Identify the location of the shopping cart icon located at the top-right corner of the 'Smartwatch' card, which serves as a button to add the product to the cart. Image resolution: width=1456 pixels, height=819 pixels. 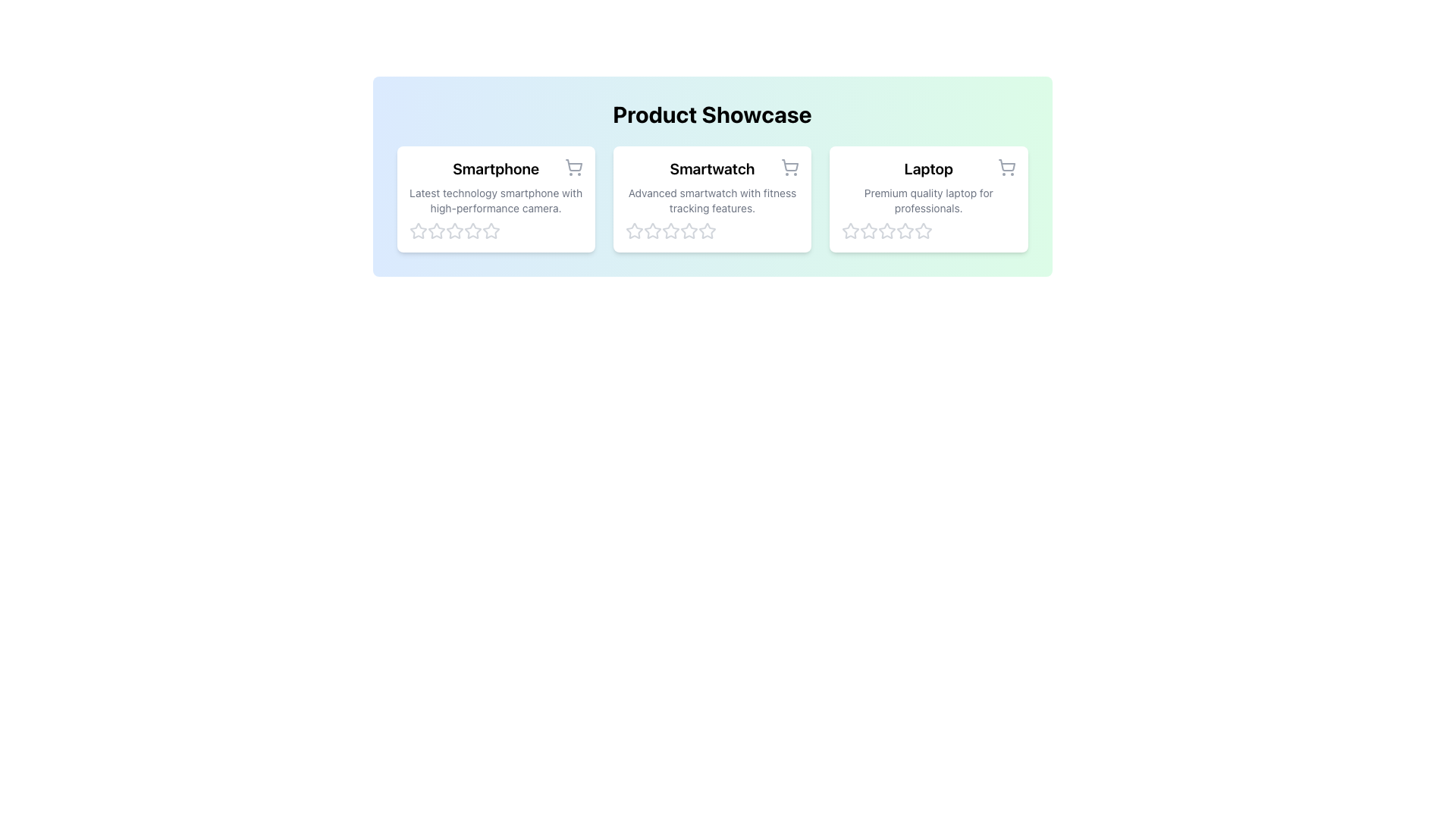
(789, 165).